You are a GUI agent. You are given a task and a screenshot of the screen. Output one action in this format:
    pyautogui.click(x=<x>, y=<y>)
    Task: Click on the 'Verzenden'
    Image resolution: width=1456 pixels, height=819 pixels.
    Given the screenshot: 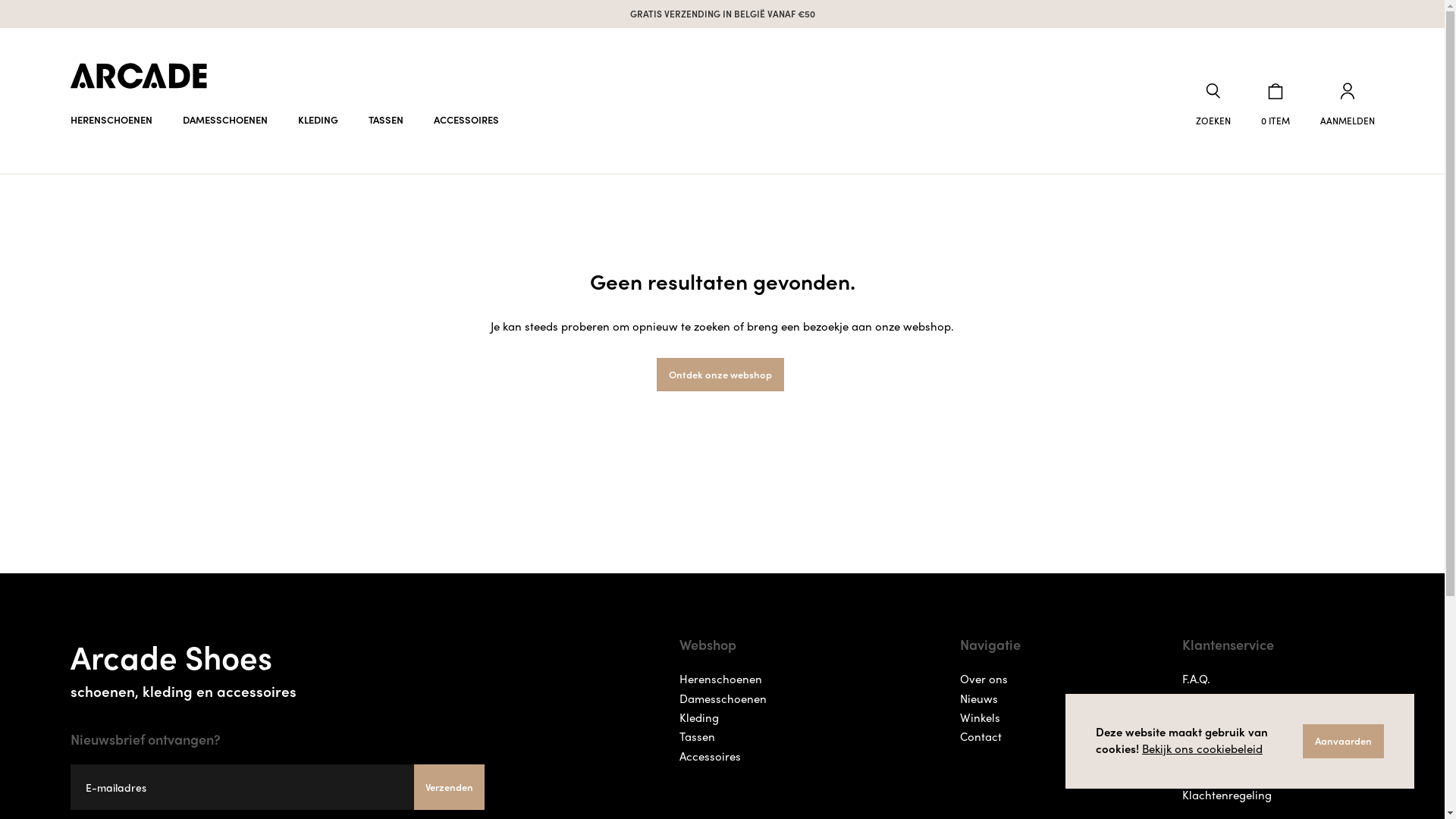 What is the action you would take?
    pyautogui.click(x=414, y=786)
    